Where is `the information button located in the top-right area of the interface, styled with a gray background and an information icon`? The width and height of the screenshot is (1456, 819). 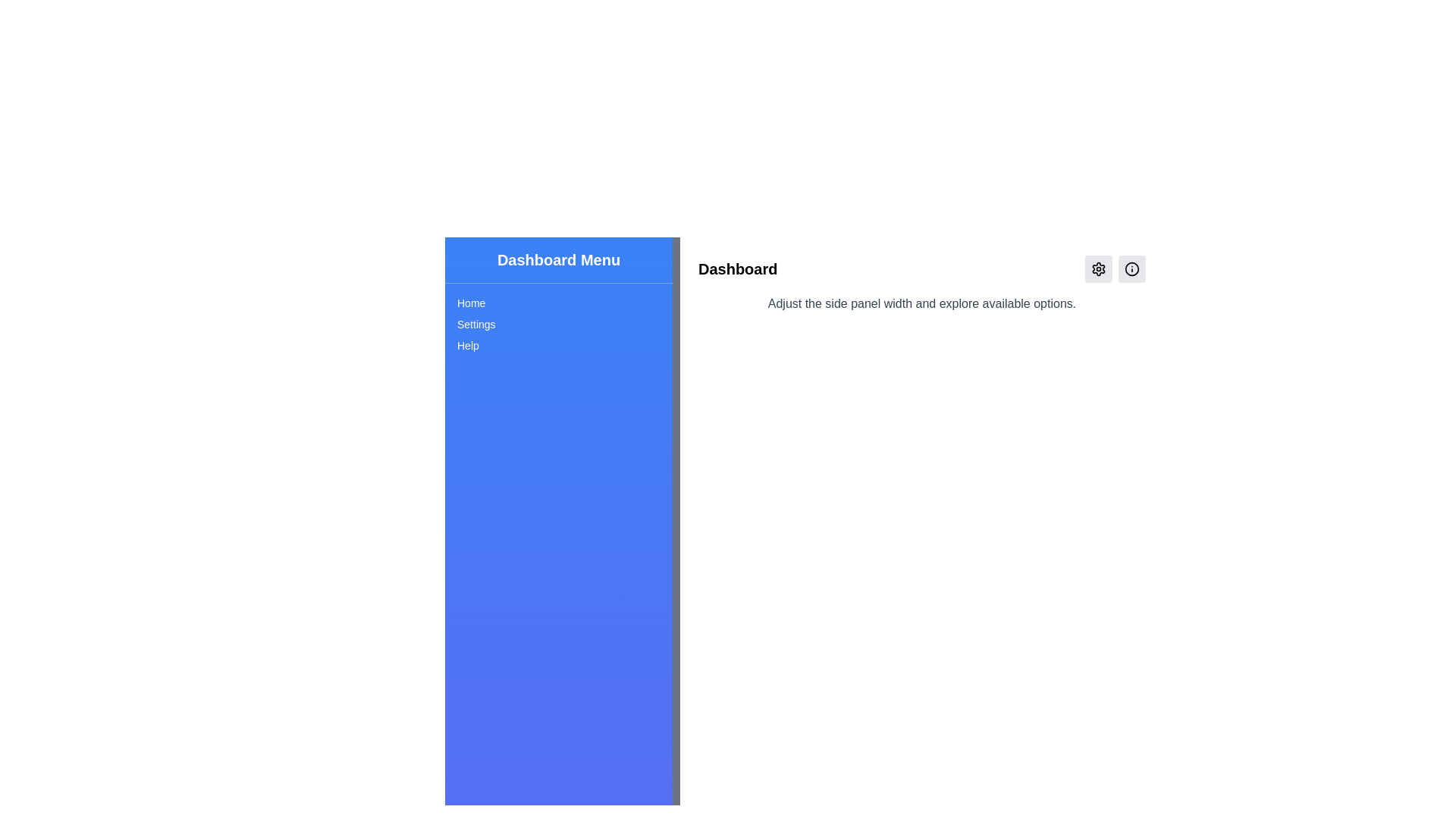 the information button located in the top-right area of the interface, styled with a gray background and an information icon is located at coordinates (1131, 268).